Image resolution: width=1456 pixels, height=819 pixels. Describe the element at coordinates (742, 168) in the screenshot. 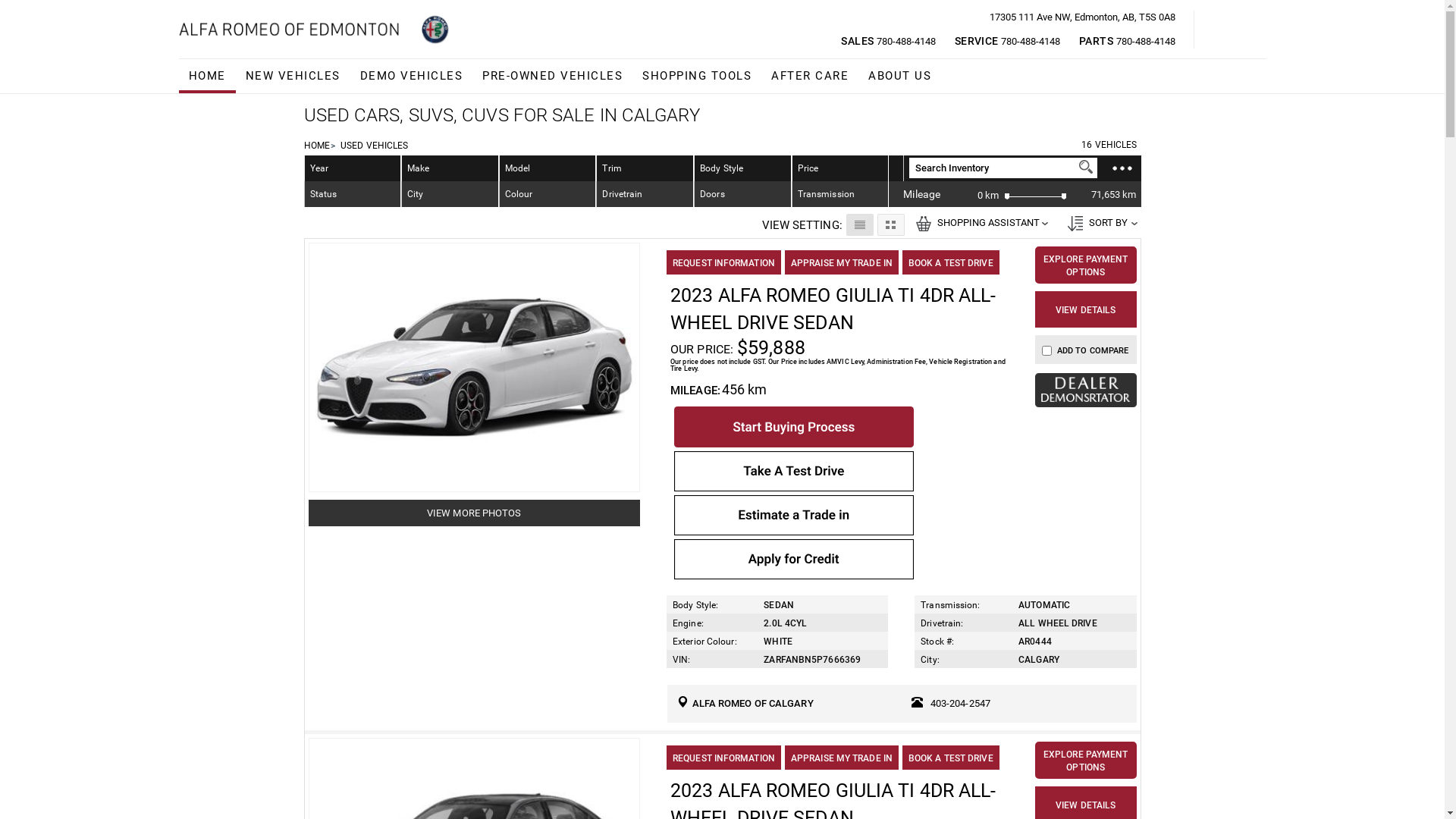

I see `'Body Style'` at that location.